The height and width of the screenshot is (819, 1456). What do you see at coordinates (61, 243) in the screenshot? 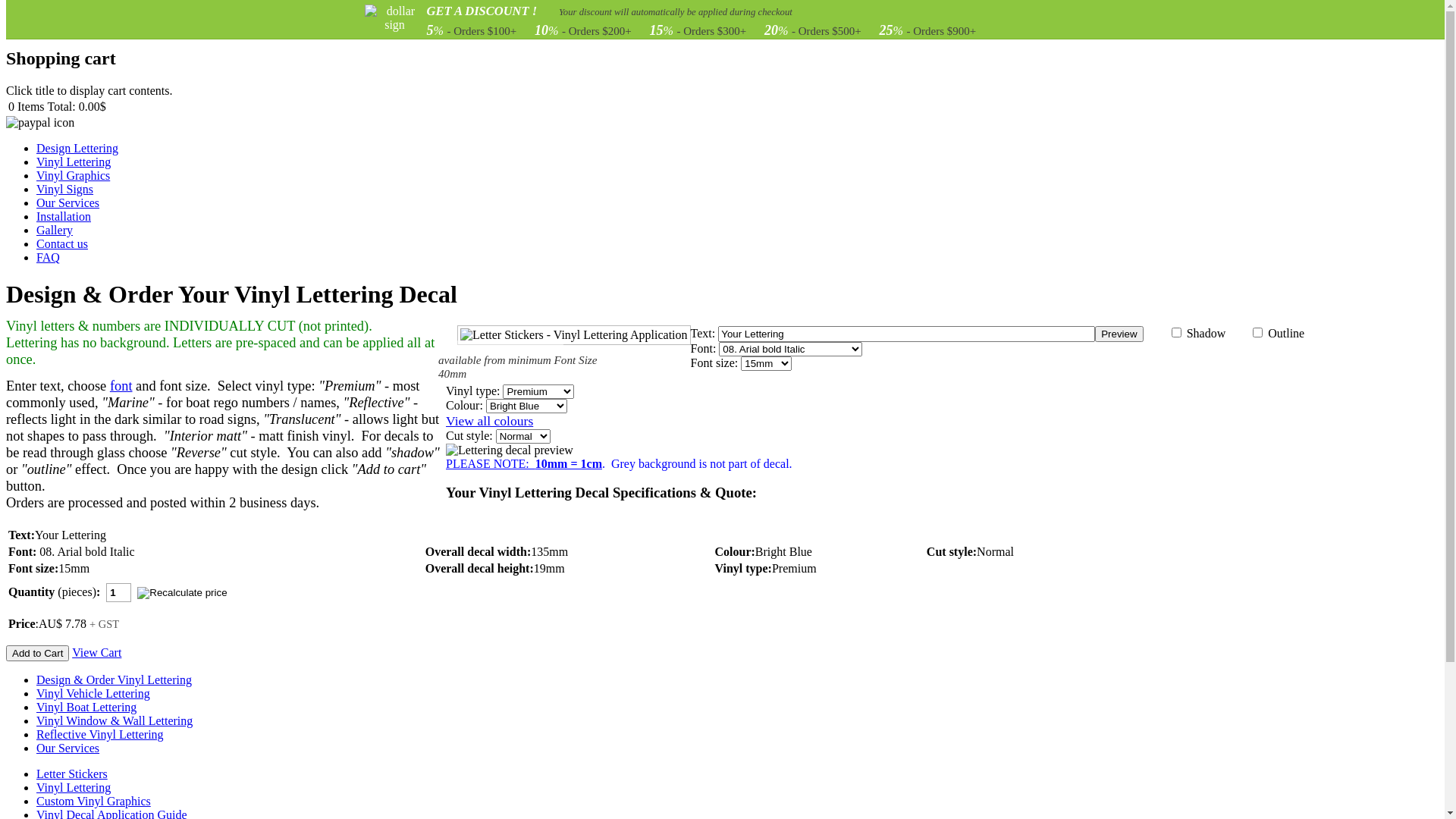
I see `'Contact us'` at bounding box center [61, 243].